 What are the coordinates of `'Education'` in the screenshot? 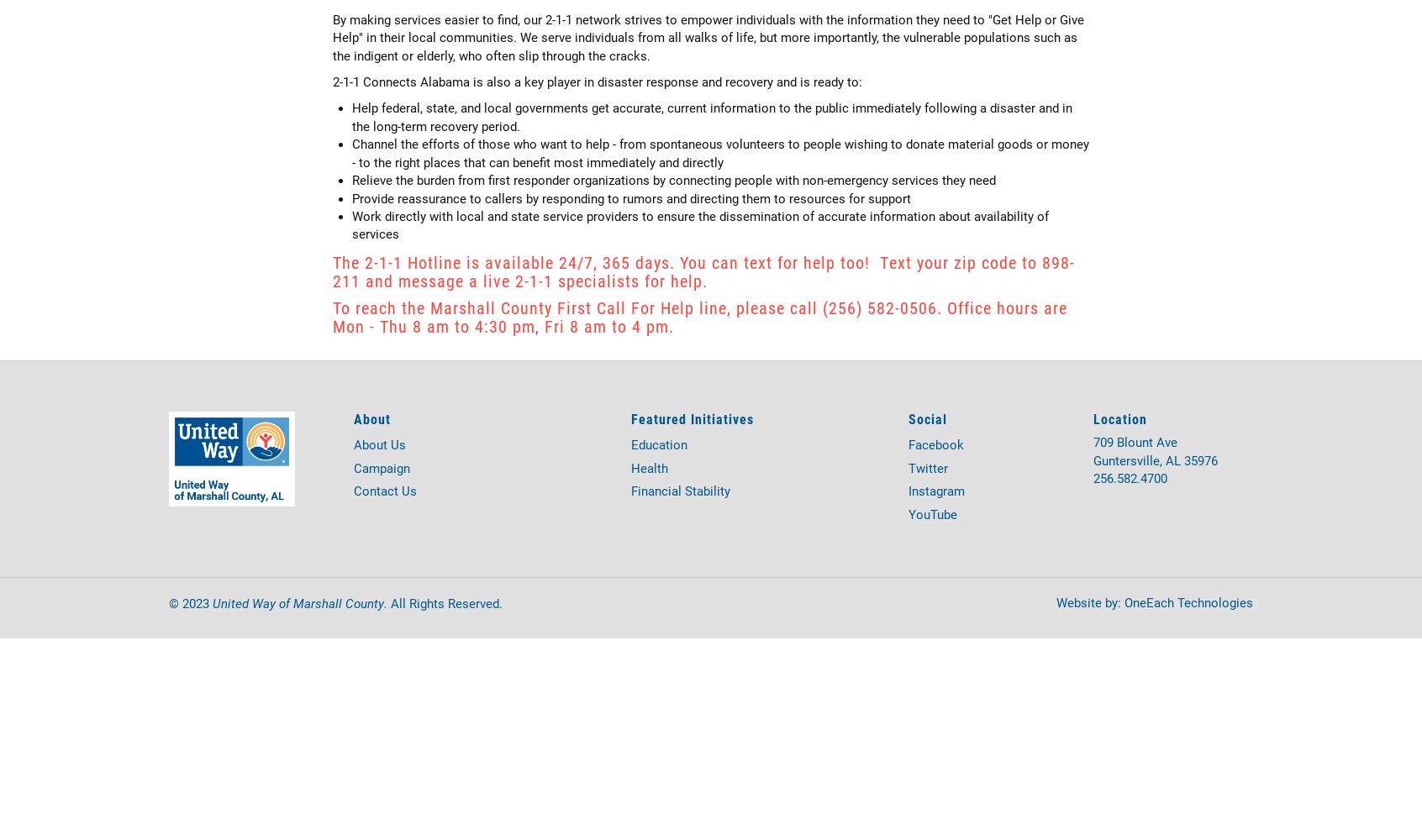 It's located at (659, 445).